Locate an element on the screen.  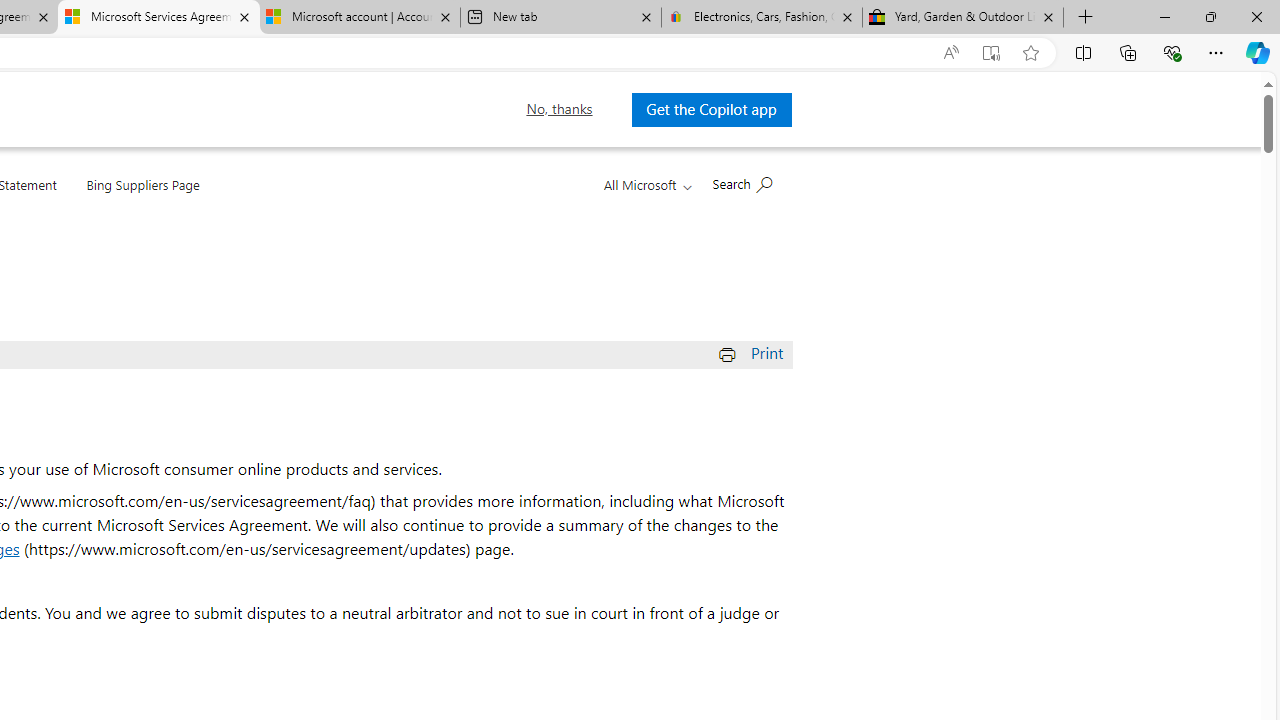
'Get the Copilot app ' is located at coordinates (711, 109).